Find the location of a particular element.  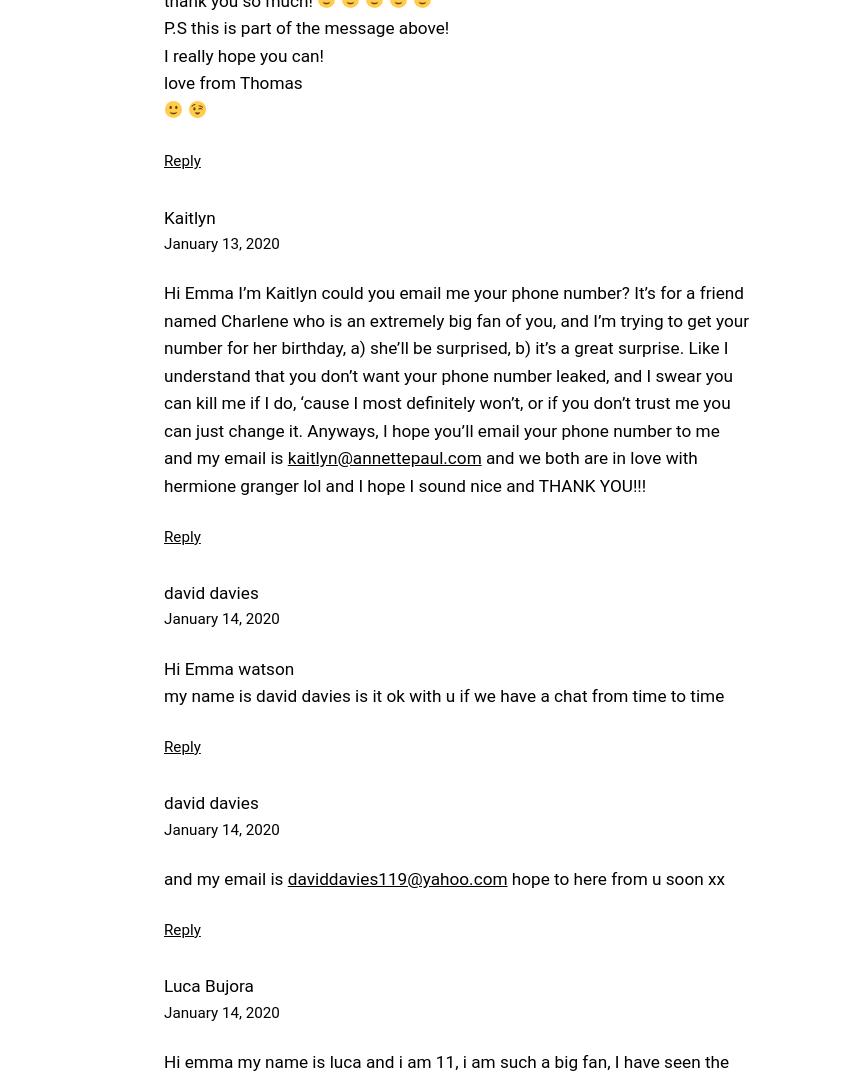

'and we both are in love with hermione granger lol and I hope I sound nice and THANK YOU!!!' is located at coordinates (163, 470).